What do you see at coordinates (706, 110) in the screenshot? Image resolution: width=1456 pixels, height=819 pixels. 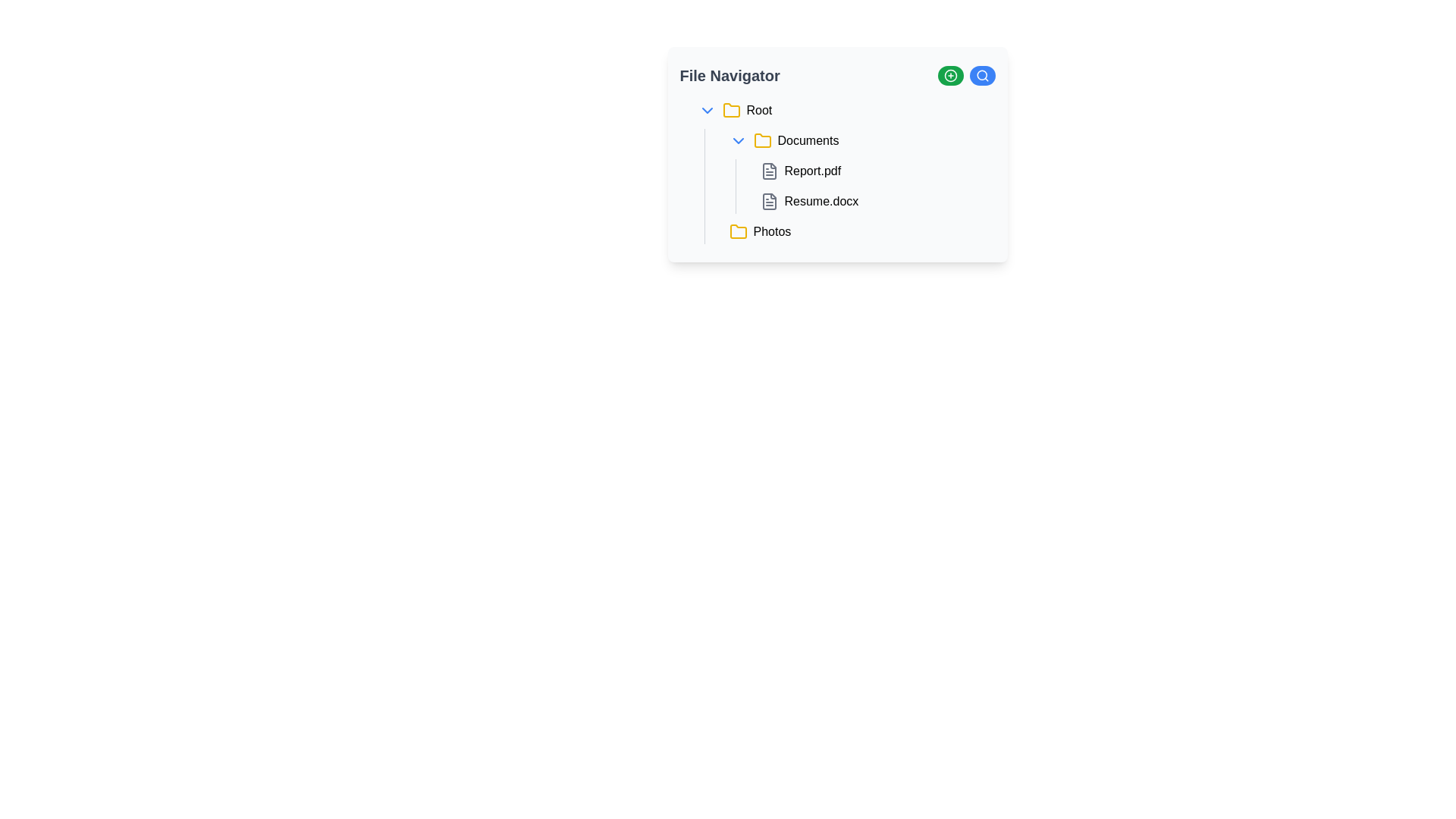 I see `the downward-facing blue arrow icon, which is the Collapsible Toggle Icon located just before the label 'Root'` at bounding box center [706, 110].